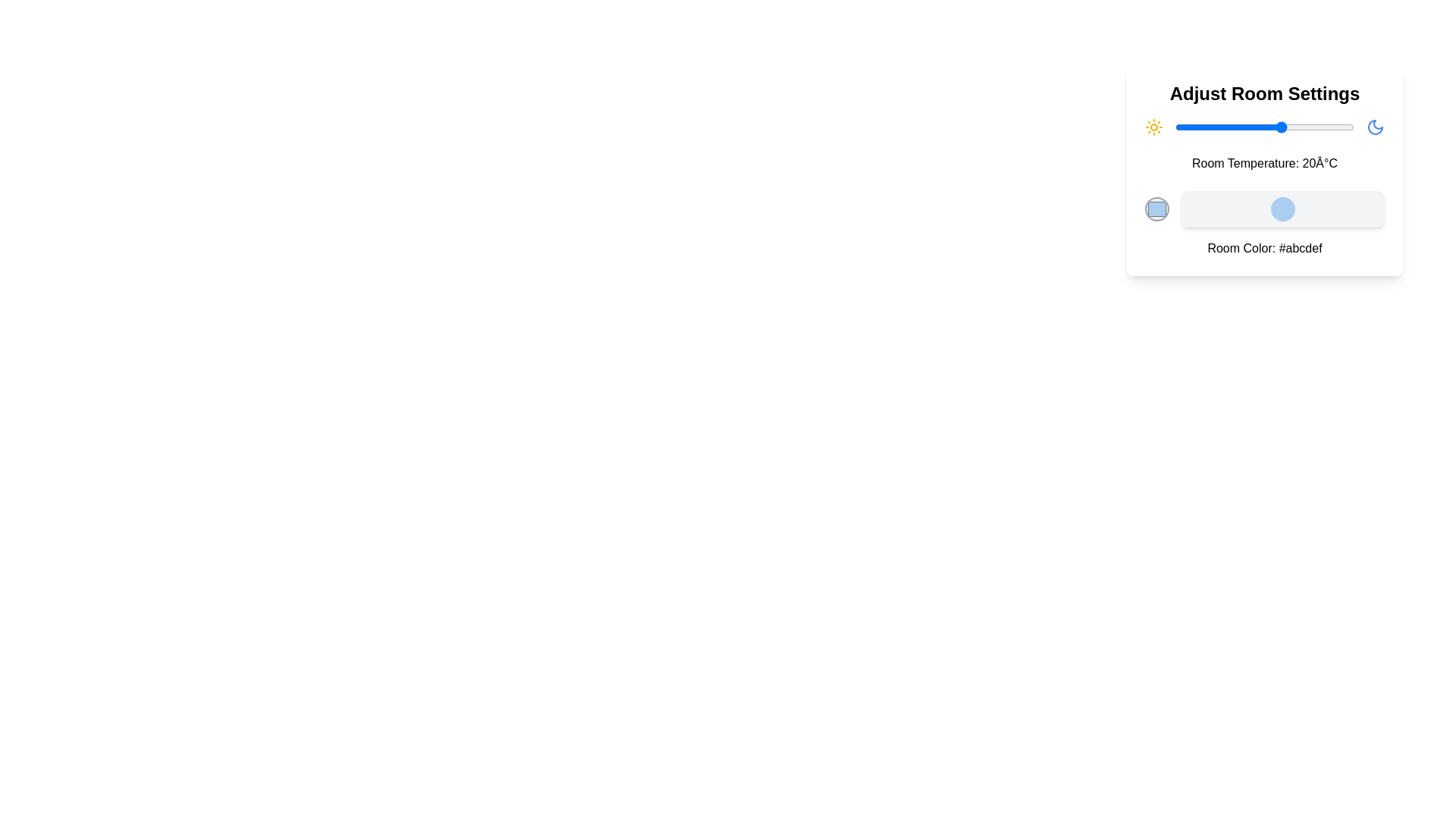 This screenshot has width=1456, height=819. Describe the element at coordinates (1156, 209) in the screenshot. I see `the color picker to open the color selection dialog` at that location.